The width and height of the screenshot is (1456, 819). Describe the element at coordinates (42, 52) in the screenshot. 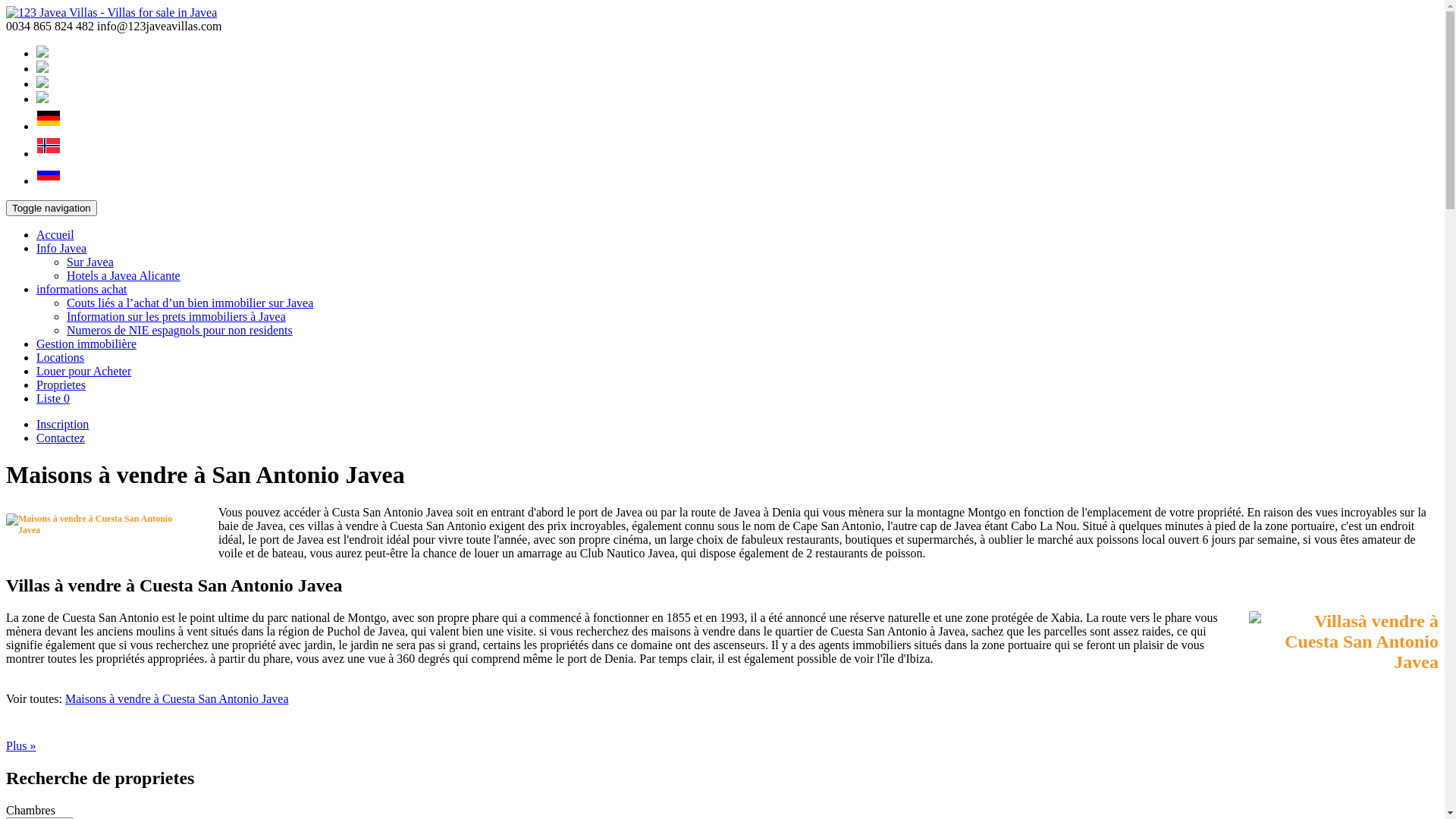

I see `'English'` at that location.